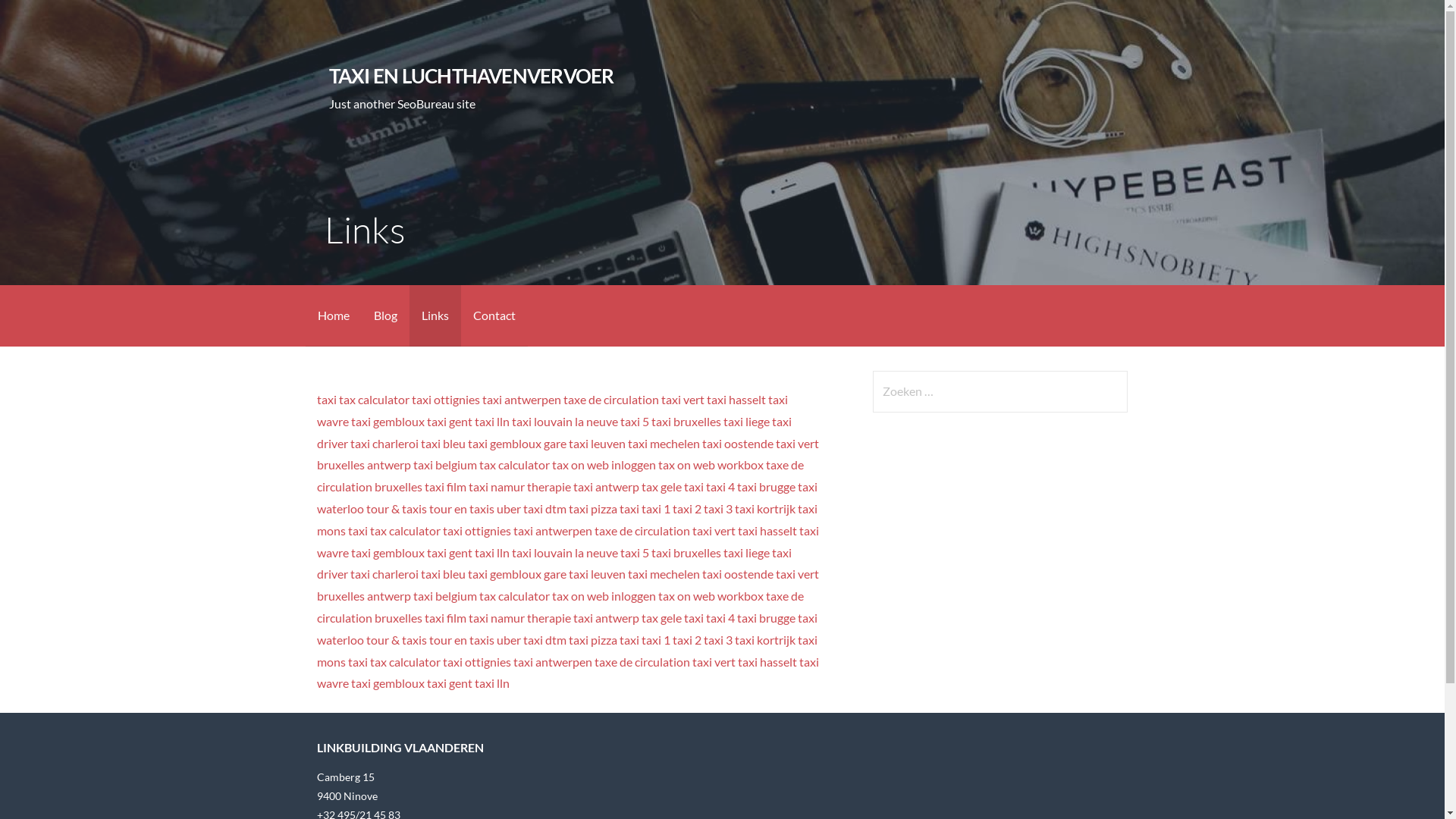 Image resolution: width=1456 pixels, height=819 pixels. Describe the element at coordinates (634, 421) in the screenshot. I see `'taxi 5'` at that location.